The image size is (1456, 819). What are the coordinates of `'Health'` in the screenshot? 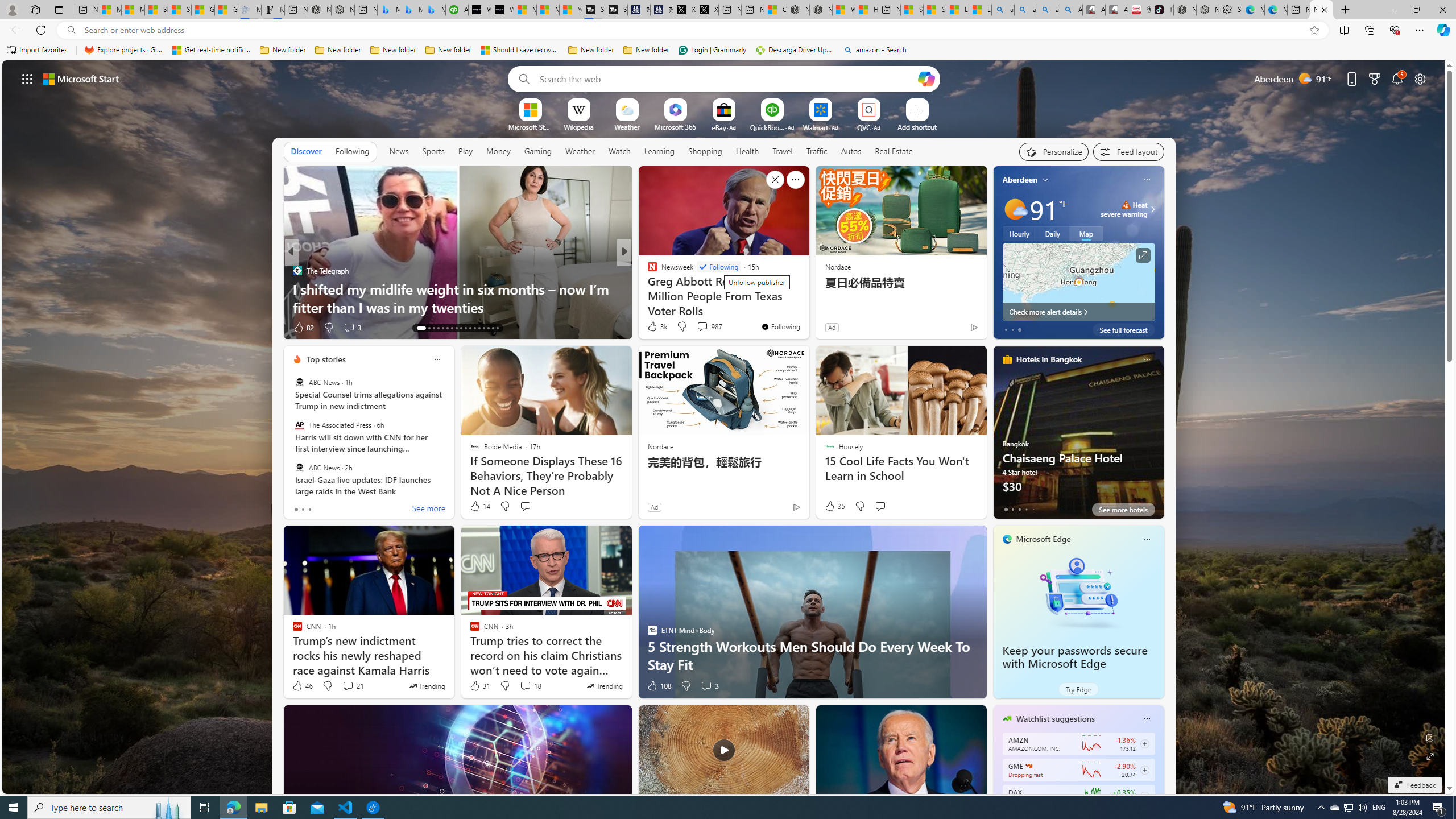 It's located at (746, 150).